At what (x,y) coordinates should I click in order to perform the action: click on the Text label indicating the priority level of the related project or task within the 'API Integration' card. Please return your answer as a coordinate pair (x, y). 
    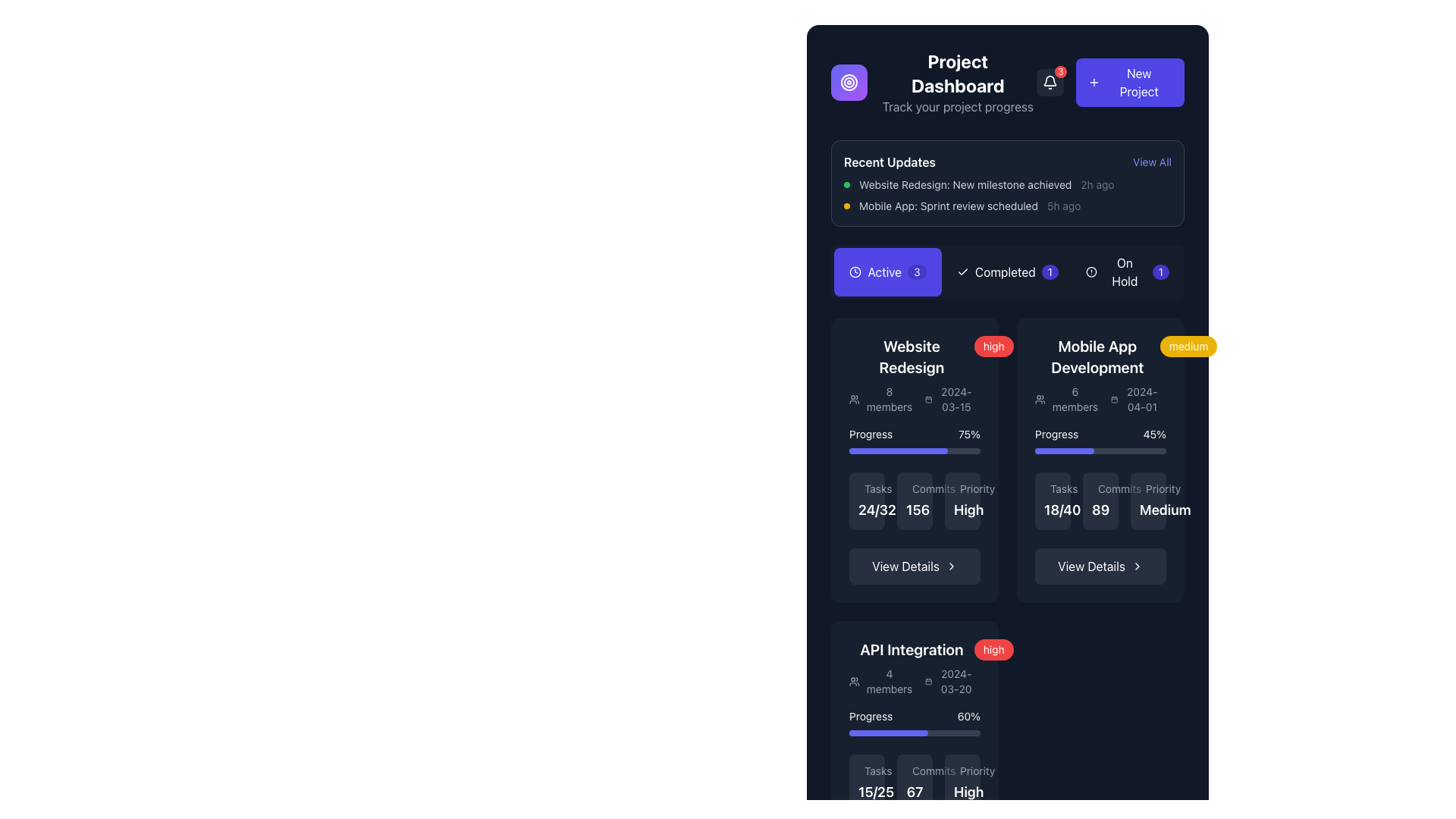
    Looking at the image, I should click on (962, 771).